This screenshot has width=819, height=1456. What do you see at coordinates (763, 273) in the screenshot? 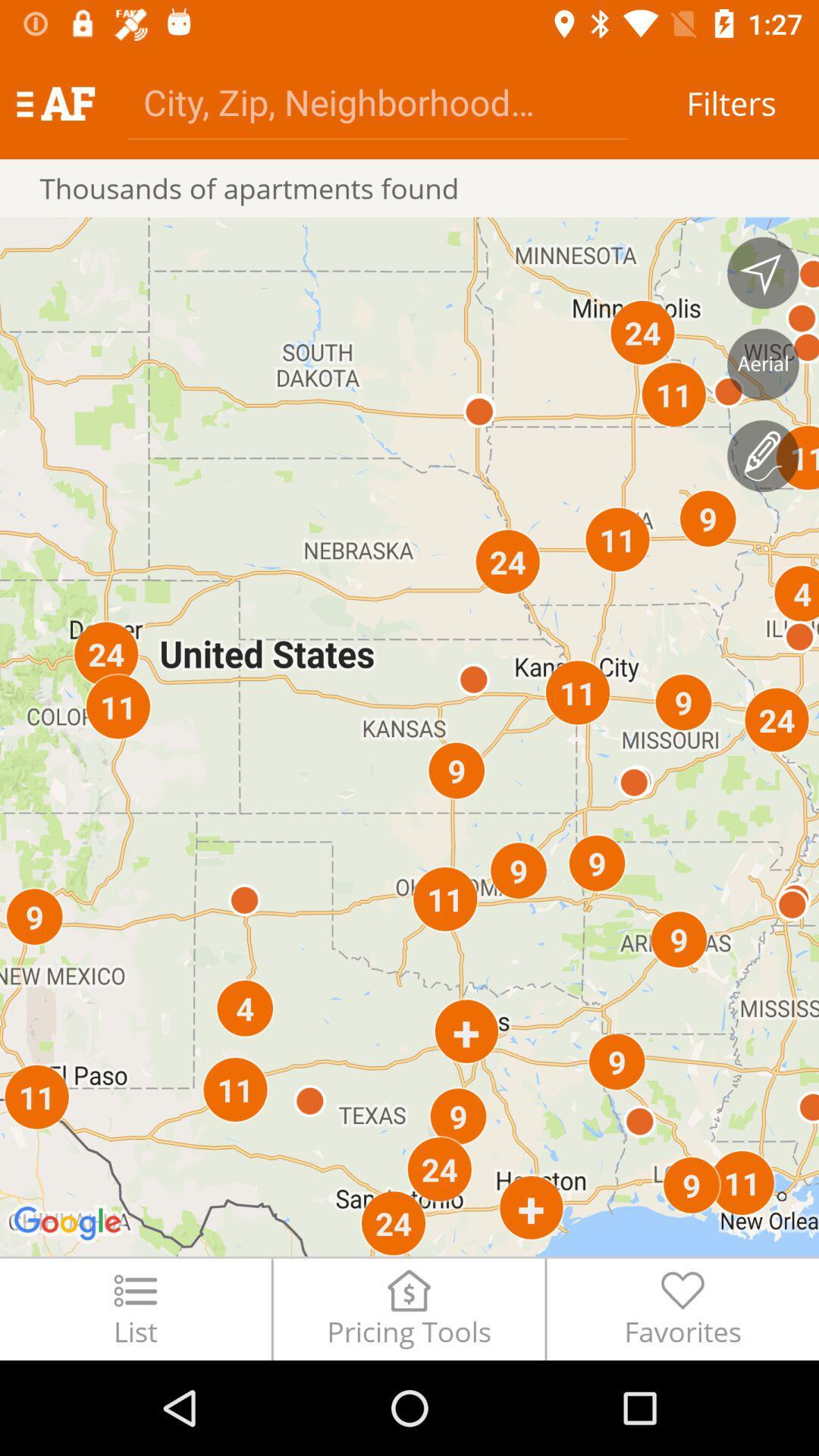
I see `extend map` at bounding box center [763, 273].